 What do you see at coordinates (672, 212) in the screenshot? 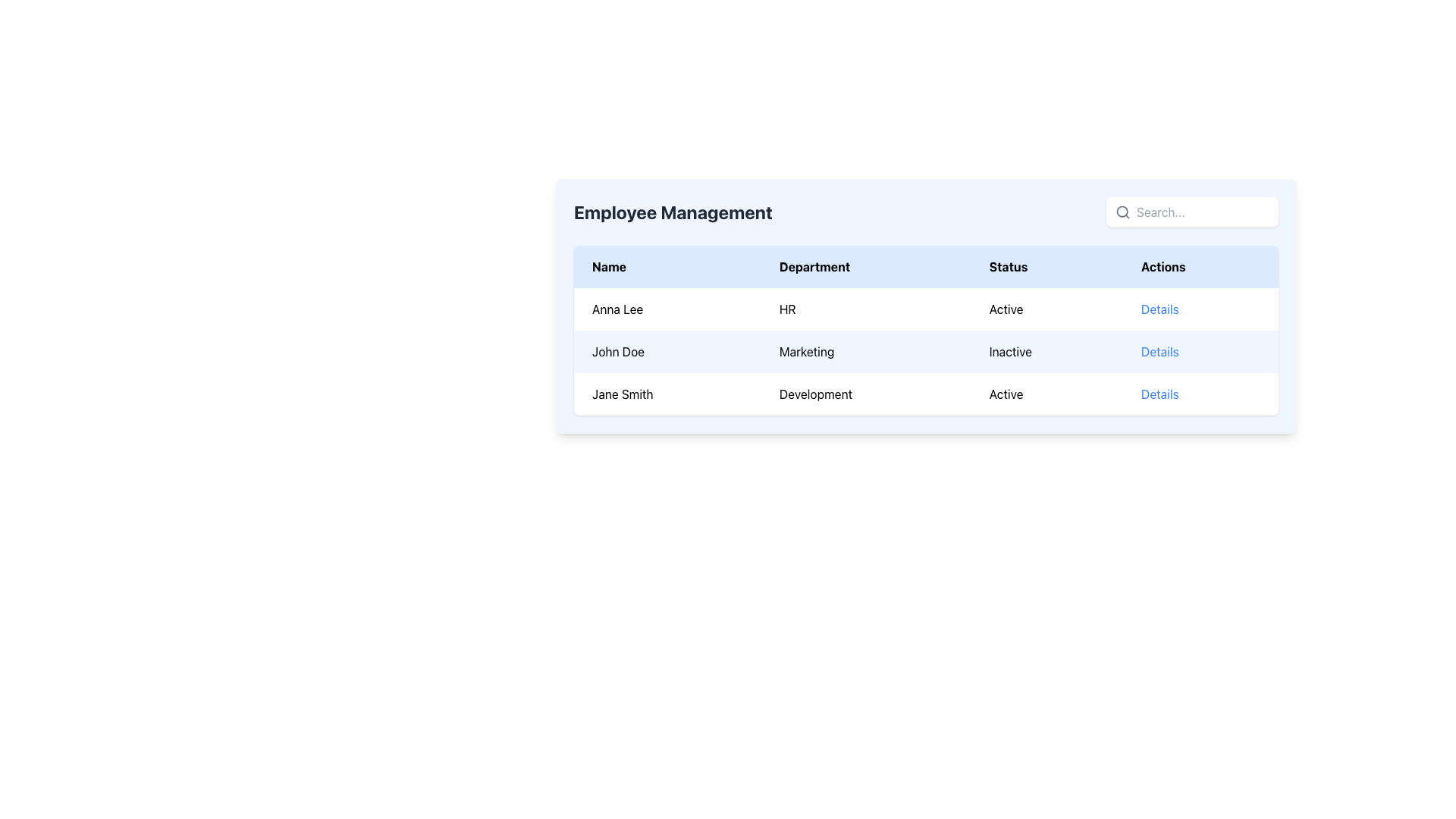
I see `the bold text label 'Employee Management' styled in dark gray, which is located at the top left of its section above the employee information table` at bounding box center [672, 212].